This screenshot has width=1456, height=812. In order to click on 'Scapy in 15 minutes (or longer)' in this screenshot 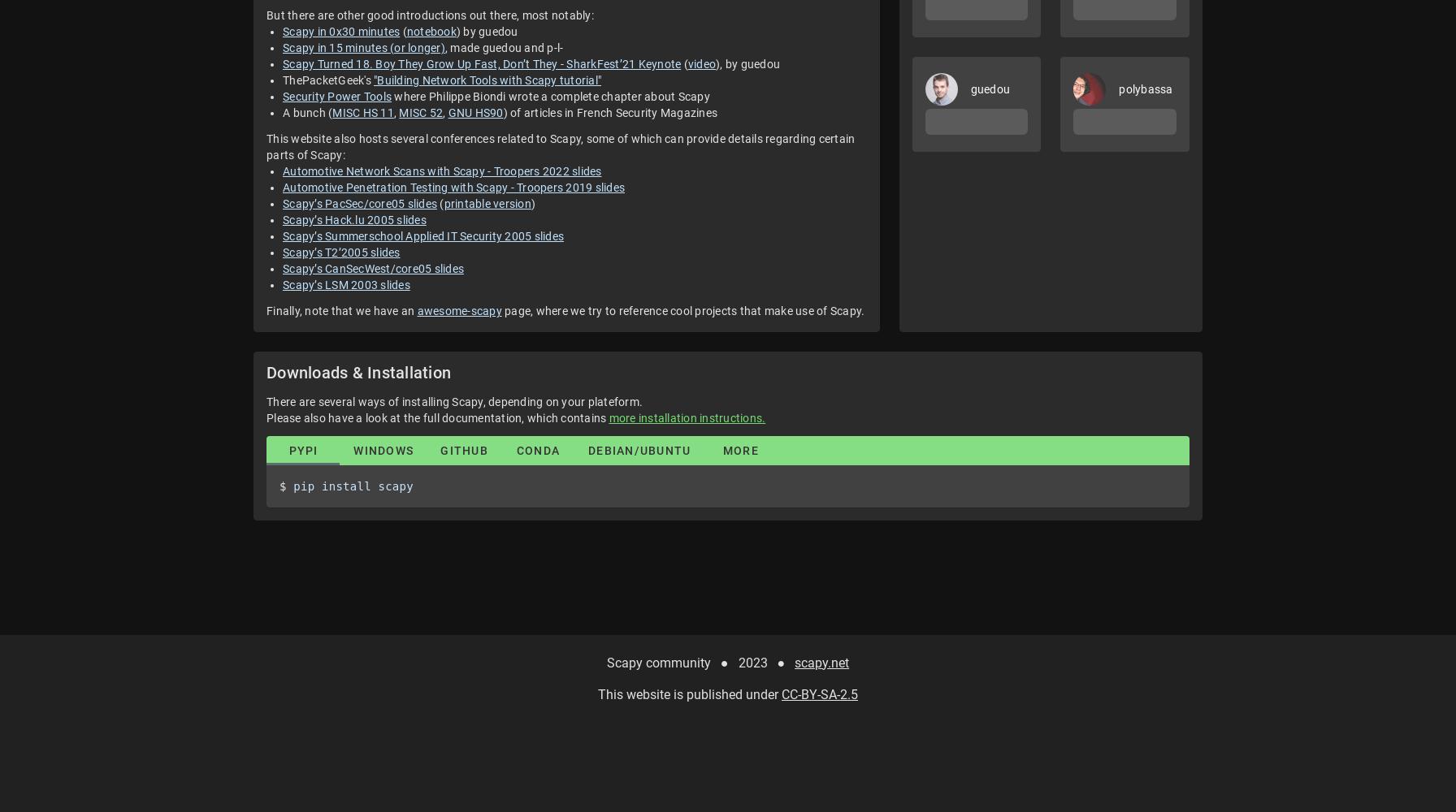, I will do `click(363, 48)`.